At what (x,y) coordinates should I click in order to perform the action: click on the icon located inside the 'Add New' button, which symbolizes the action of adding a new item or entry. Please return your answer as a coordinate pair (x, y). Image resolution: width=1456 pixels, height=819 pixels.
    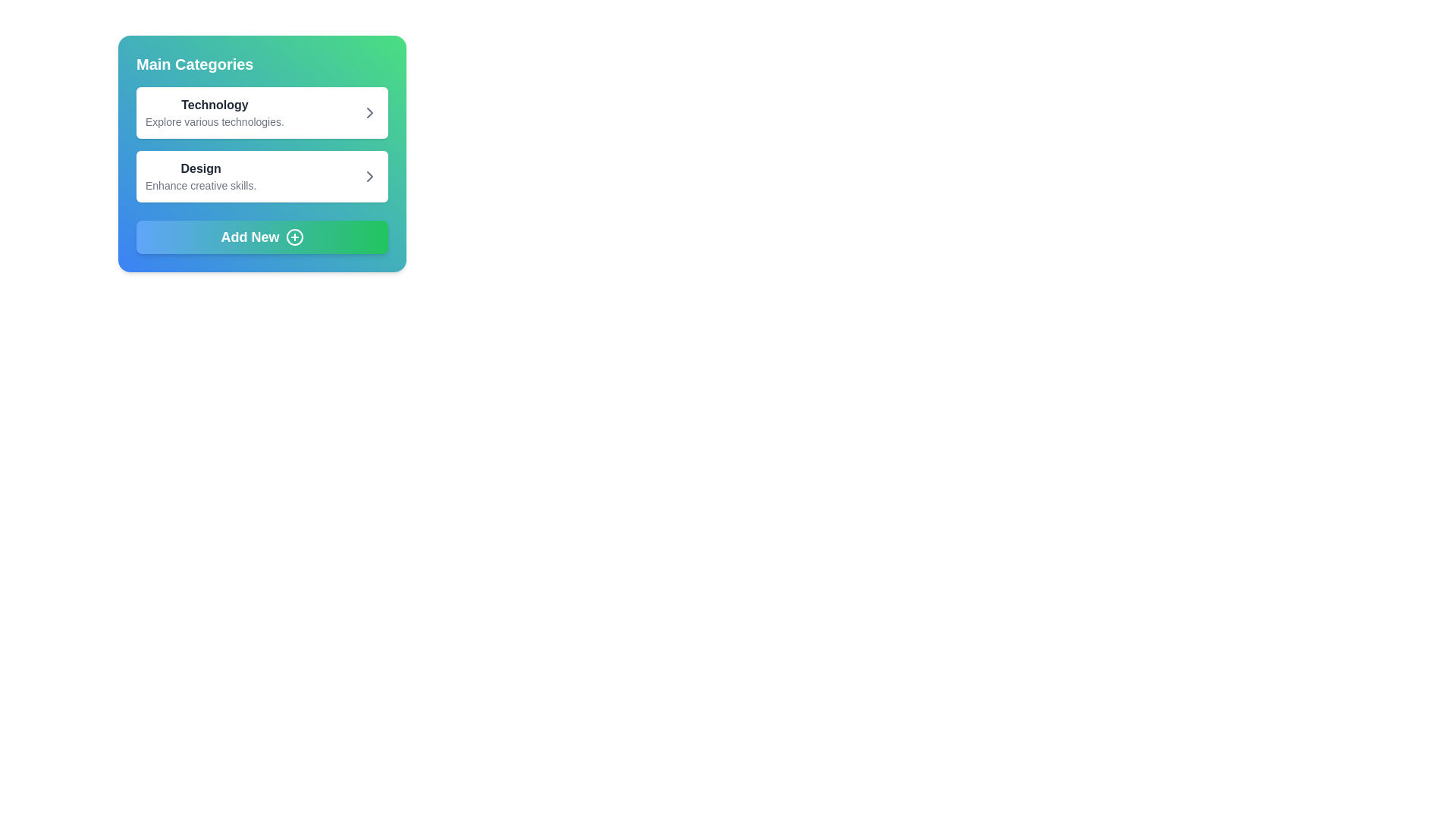
    Looking at the image, I should click on (294, 237).